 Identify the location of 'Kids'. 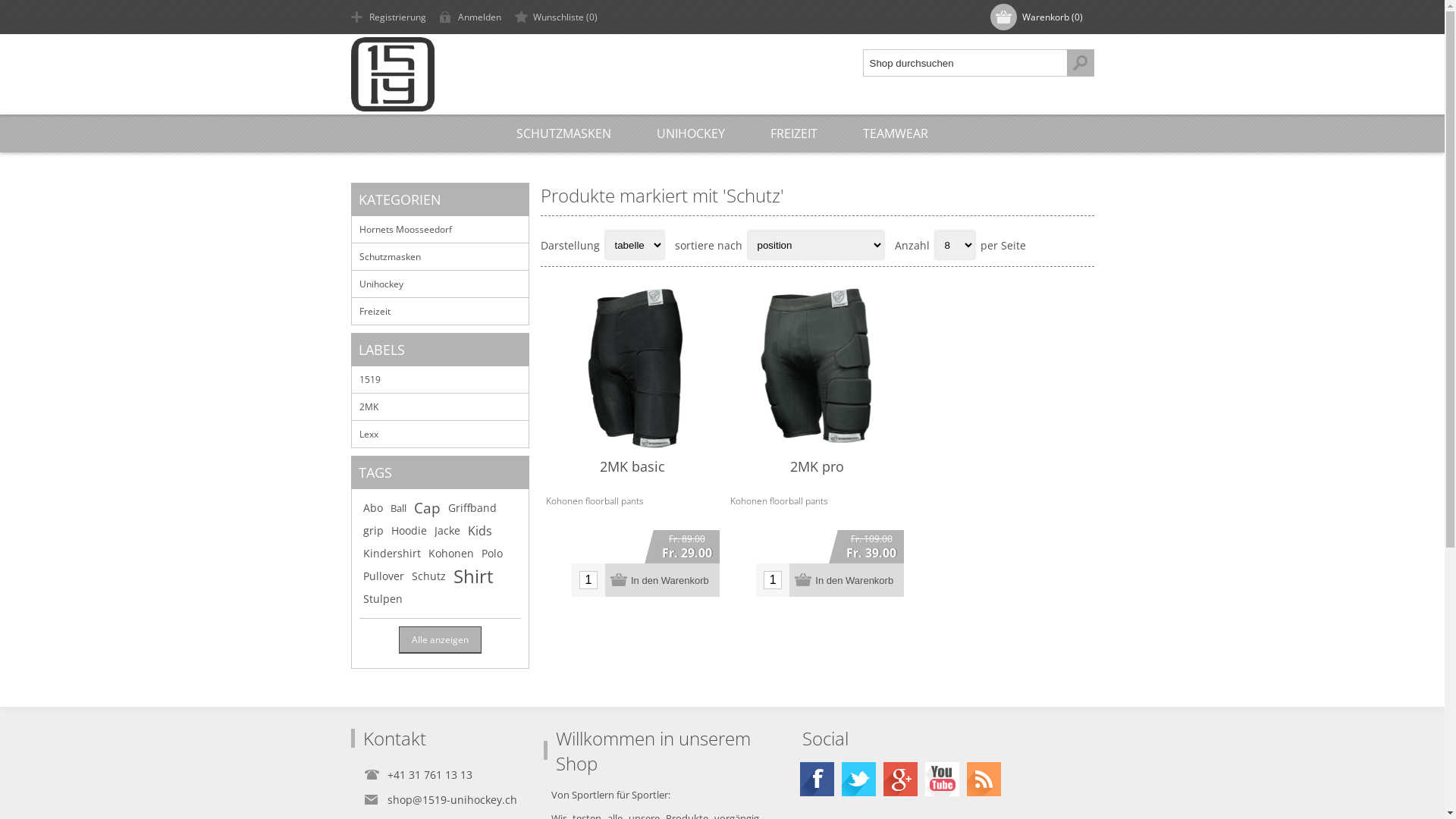
(479, 529).